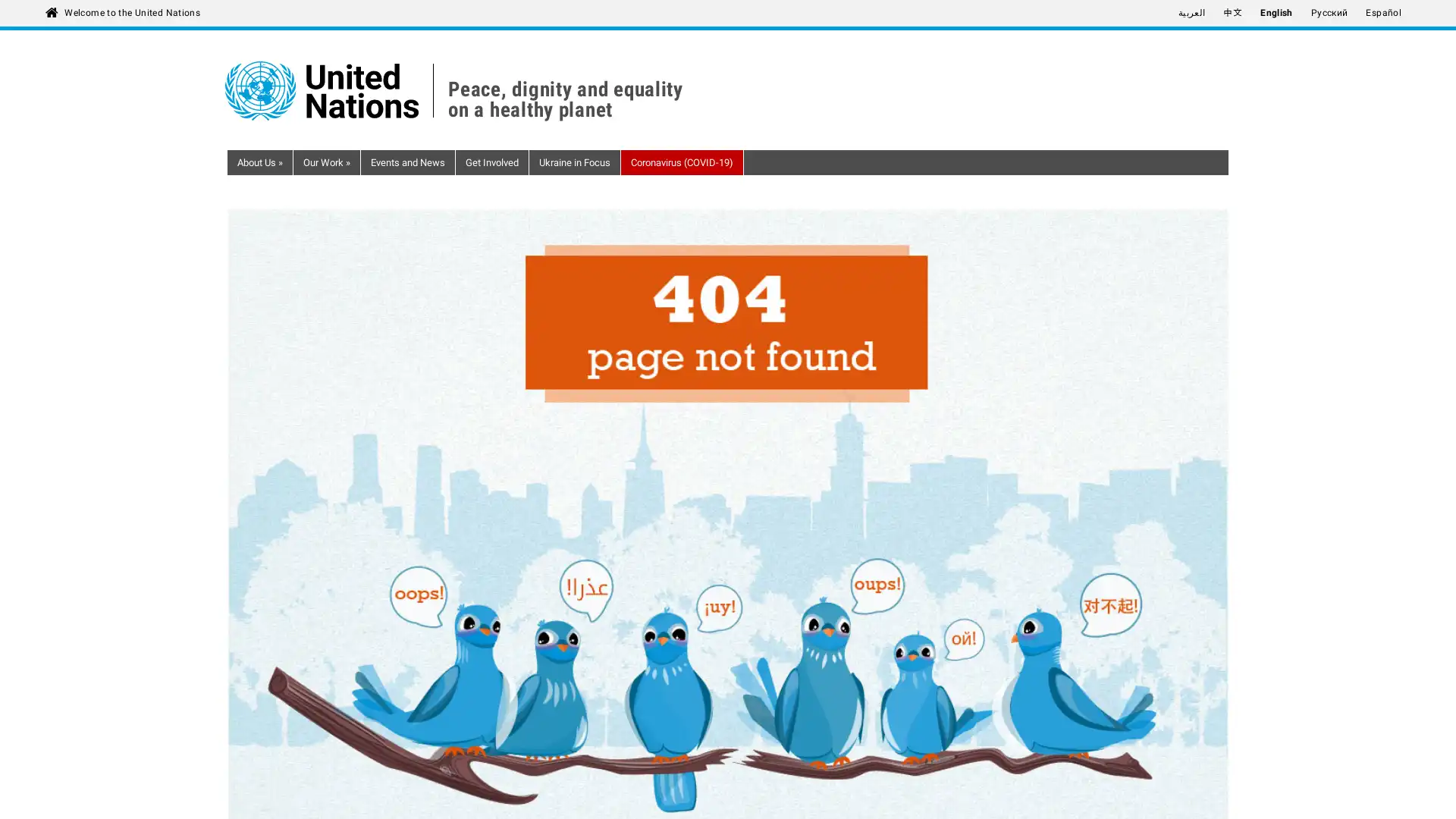 This screenshot has width=1456, height=819. What do you see at coordinates (326, 162) in the screenshot?
I see `Our Work` at bounding box center [326, 162].